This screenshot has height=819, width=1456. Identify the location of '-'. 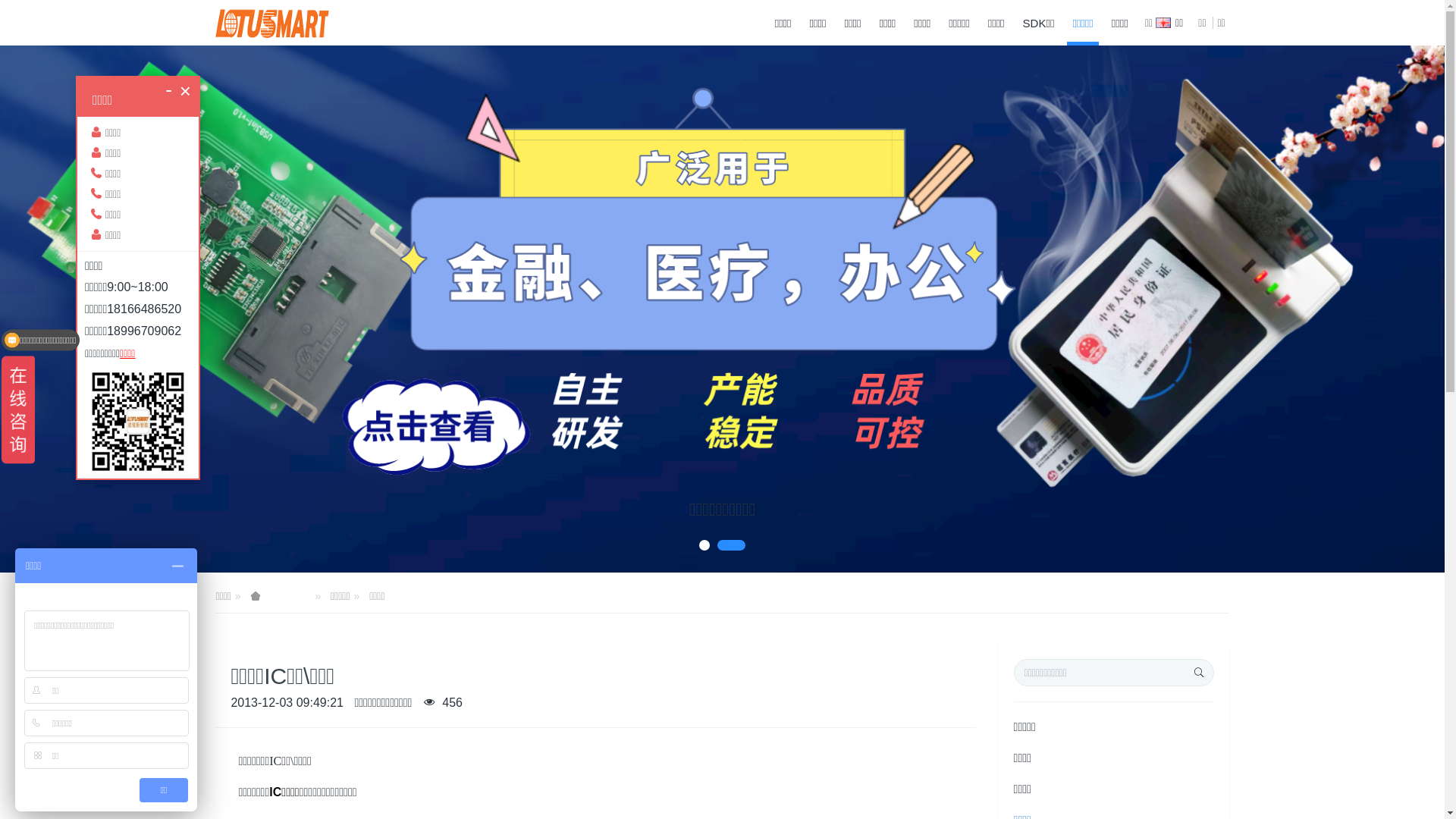
(165, 89).